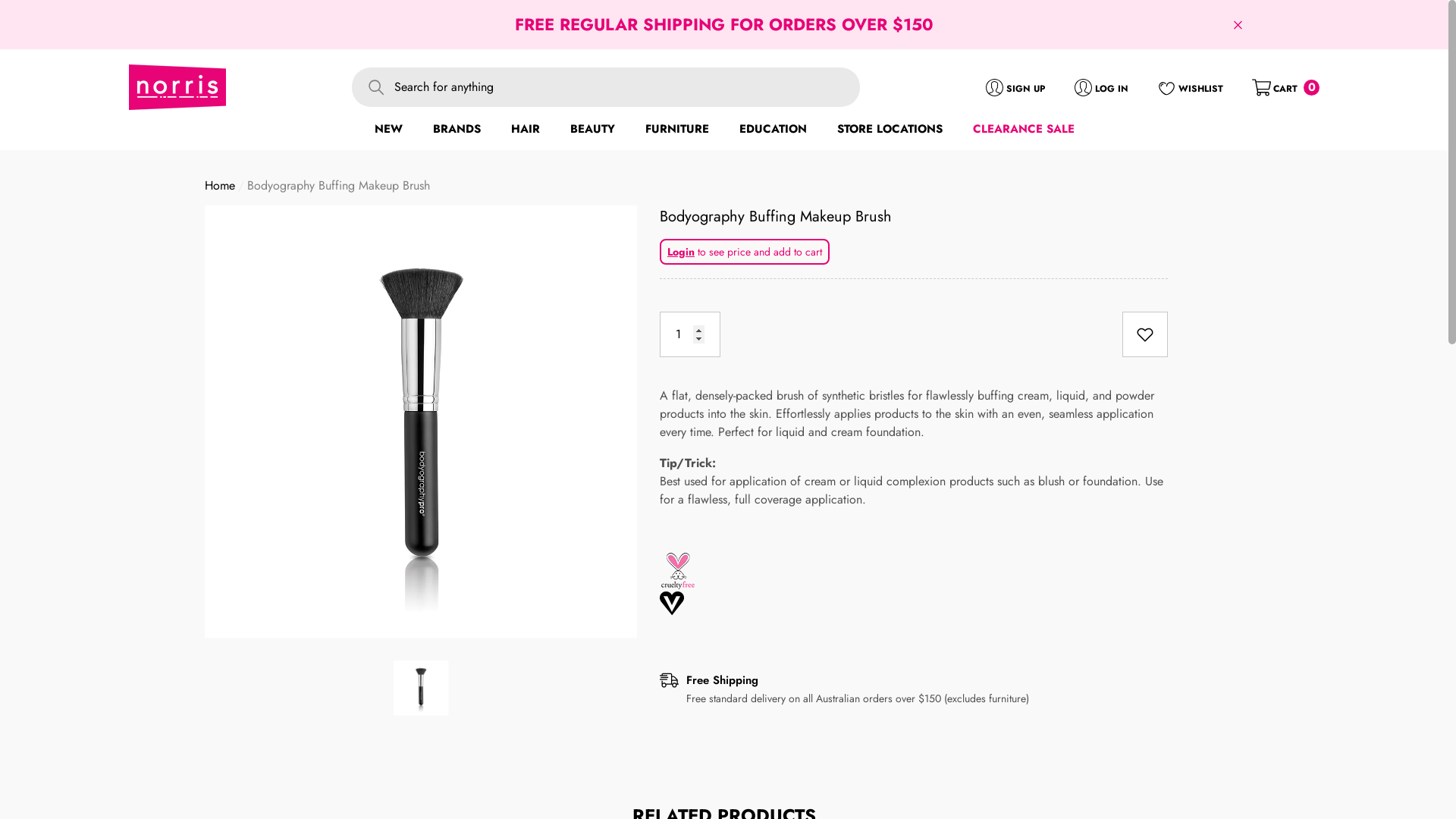  I want to click on 'HAIR', so click(510, 127).